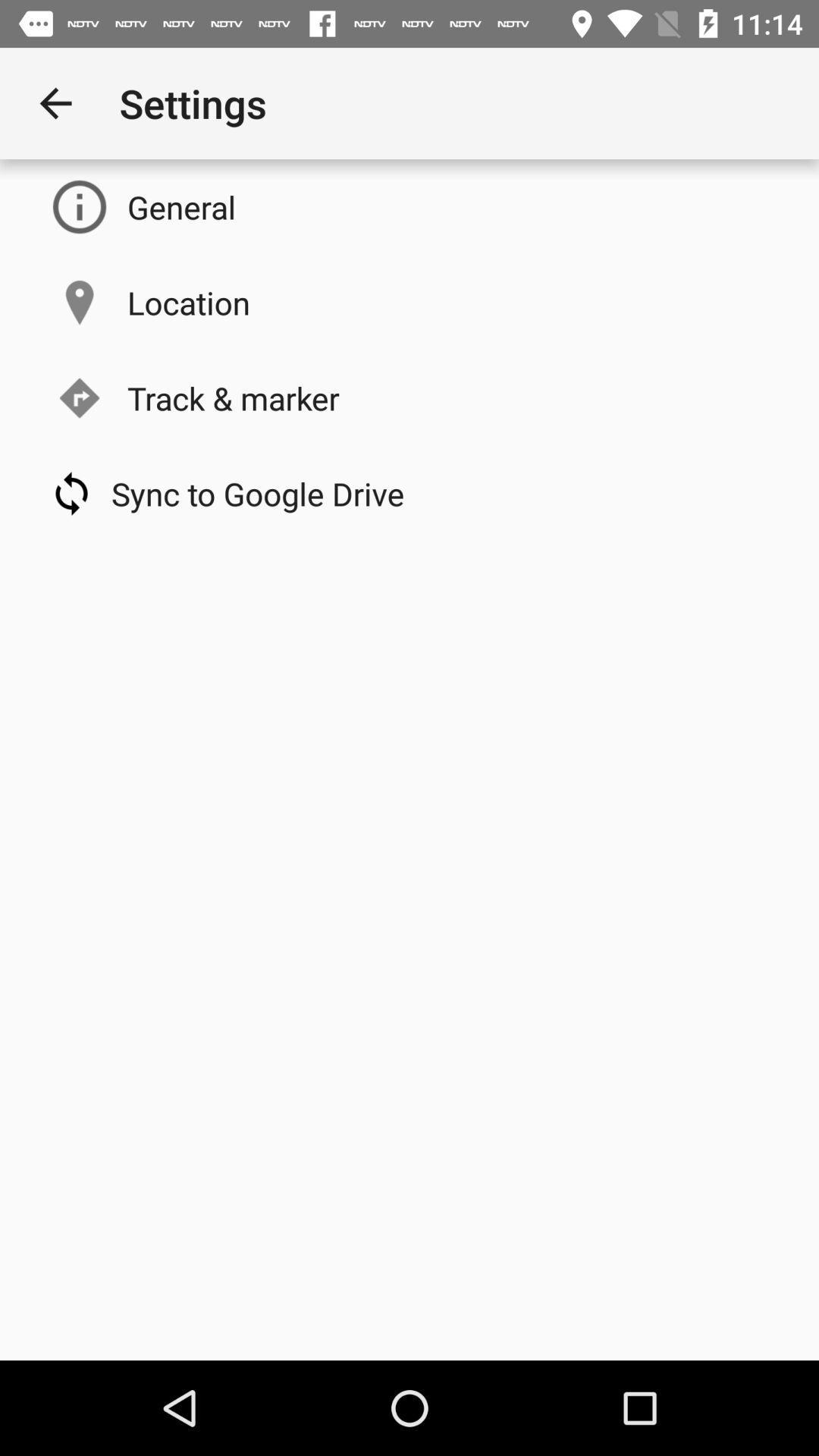 The width and height of the screenshot is (819, 1456). Describe the element at coordinates (55, 102) in the screenshot. I see `the item next to the settings app` at that location.